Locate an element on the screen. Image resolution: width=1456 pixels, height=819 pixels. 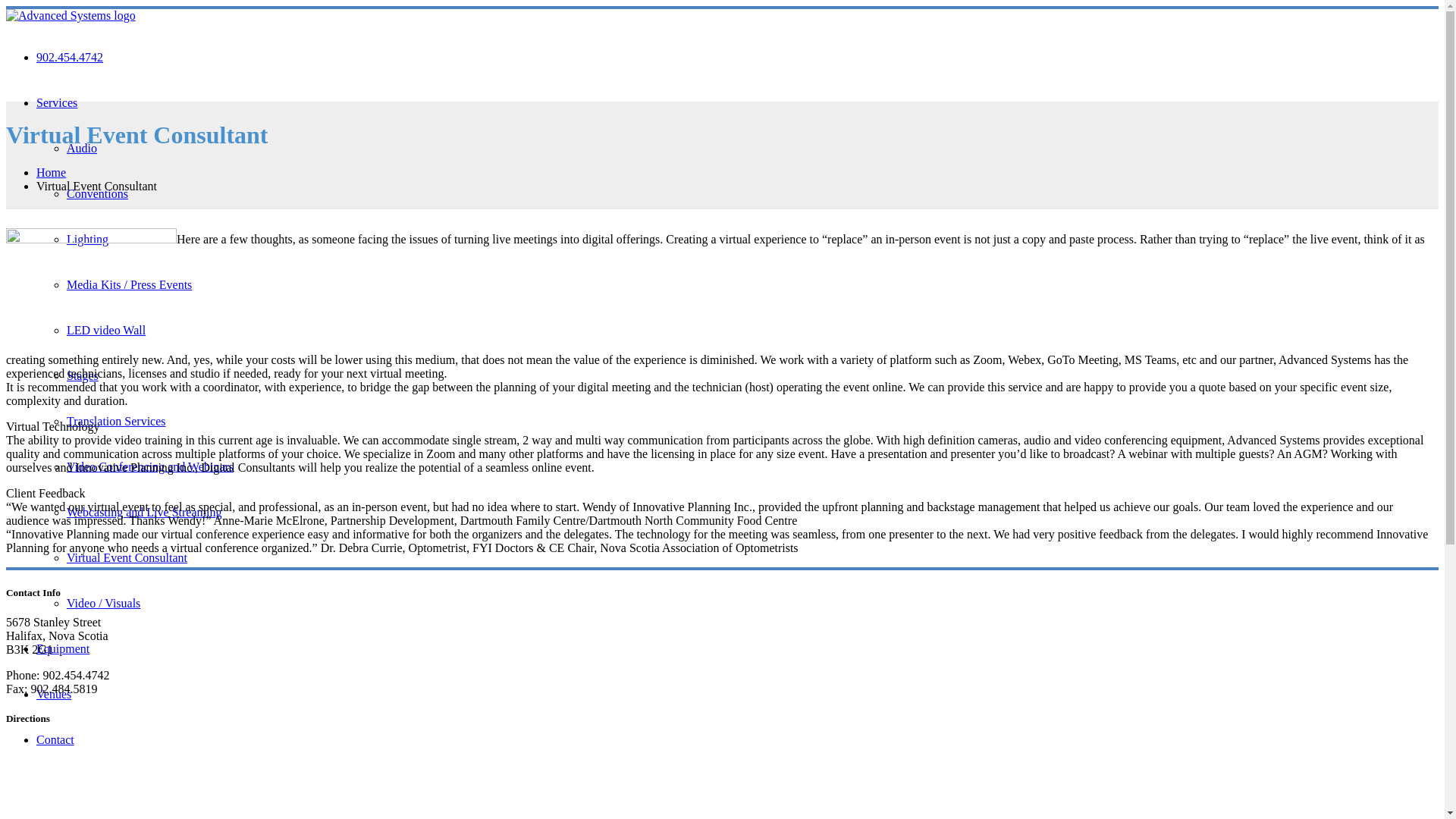
'Virtual Event Consultant' is located at coordinates (127, 557).